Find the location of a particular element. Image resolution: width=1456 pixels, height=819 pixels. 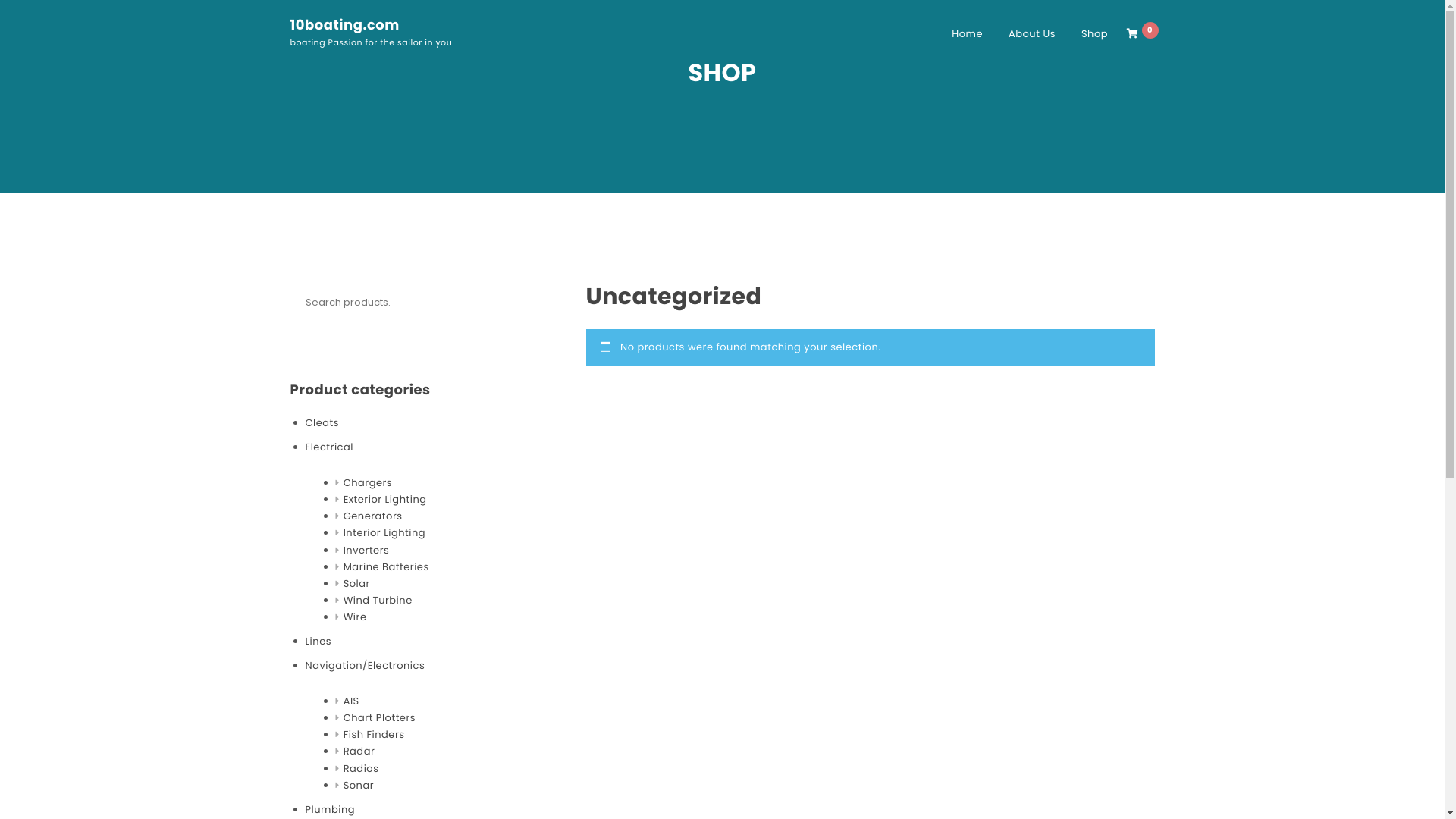

'Navigation/Electronics' is located at coordinates (304, 665).